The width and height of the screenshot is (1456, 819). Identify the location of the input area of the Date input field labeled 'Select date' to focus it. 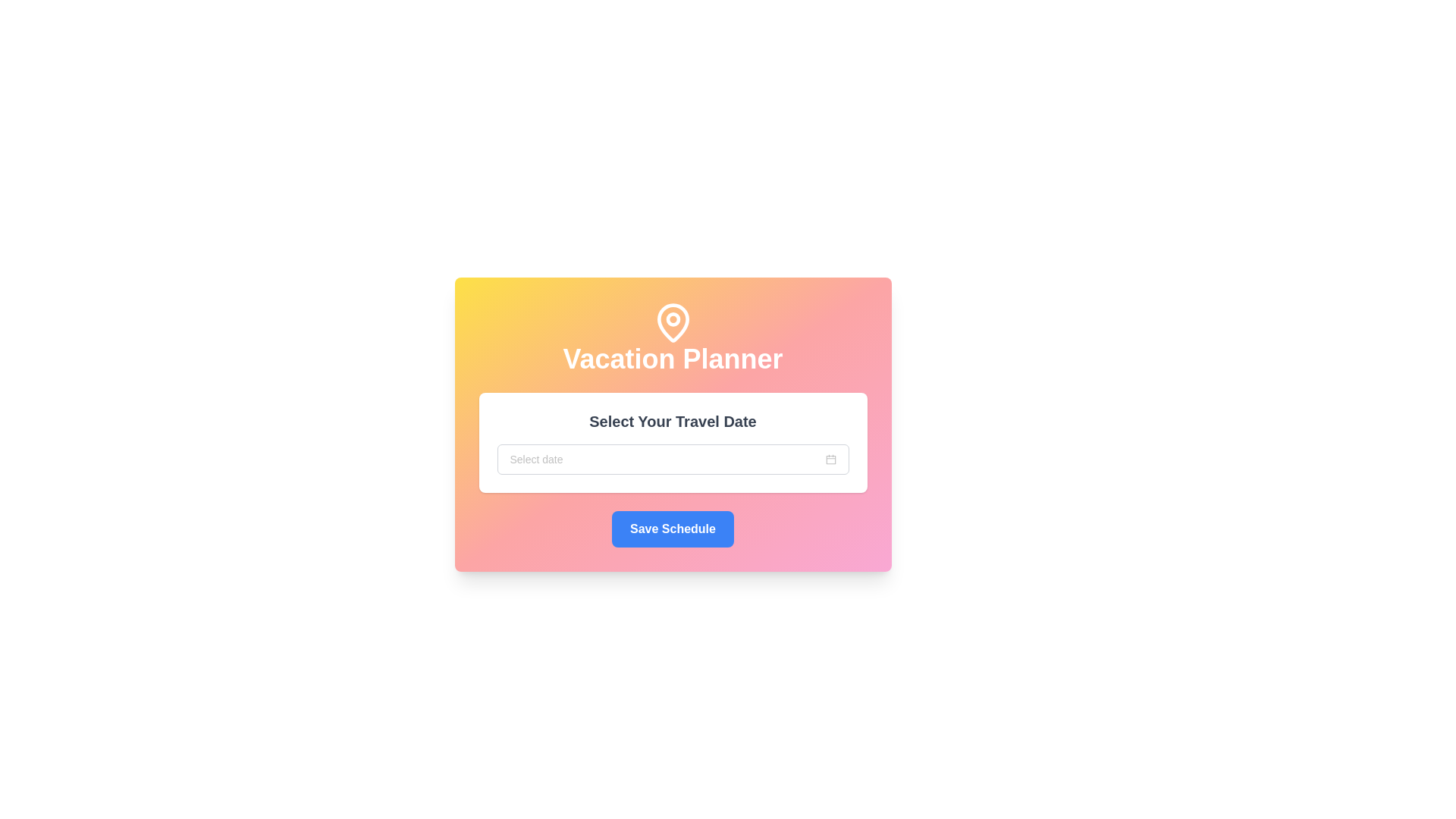
(672, 458).